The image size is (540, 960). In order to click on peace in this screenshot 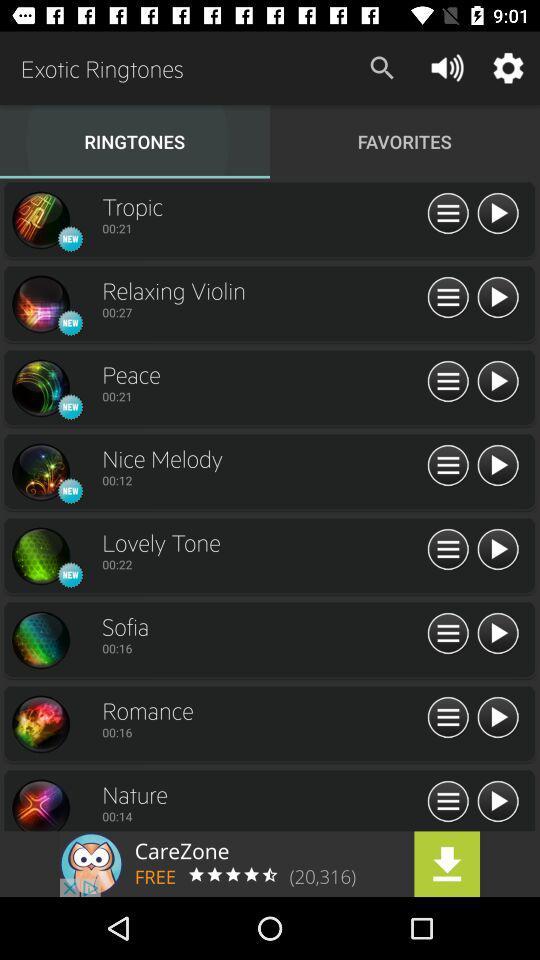, I will do `click(40, 387)`.